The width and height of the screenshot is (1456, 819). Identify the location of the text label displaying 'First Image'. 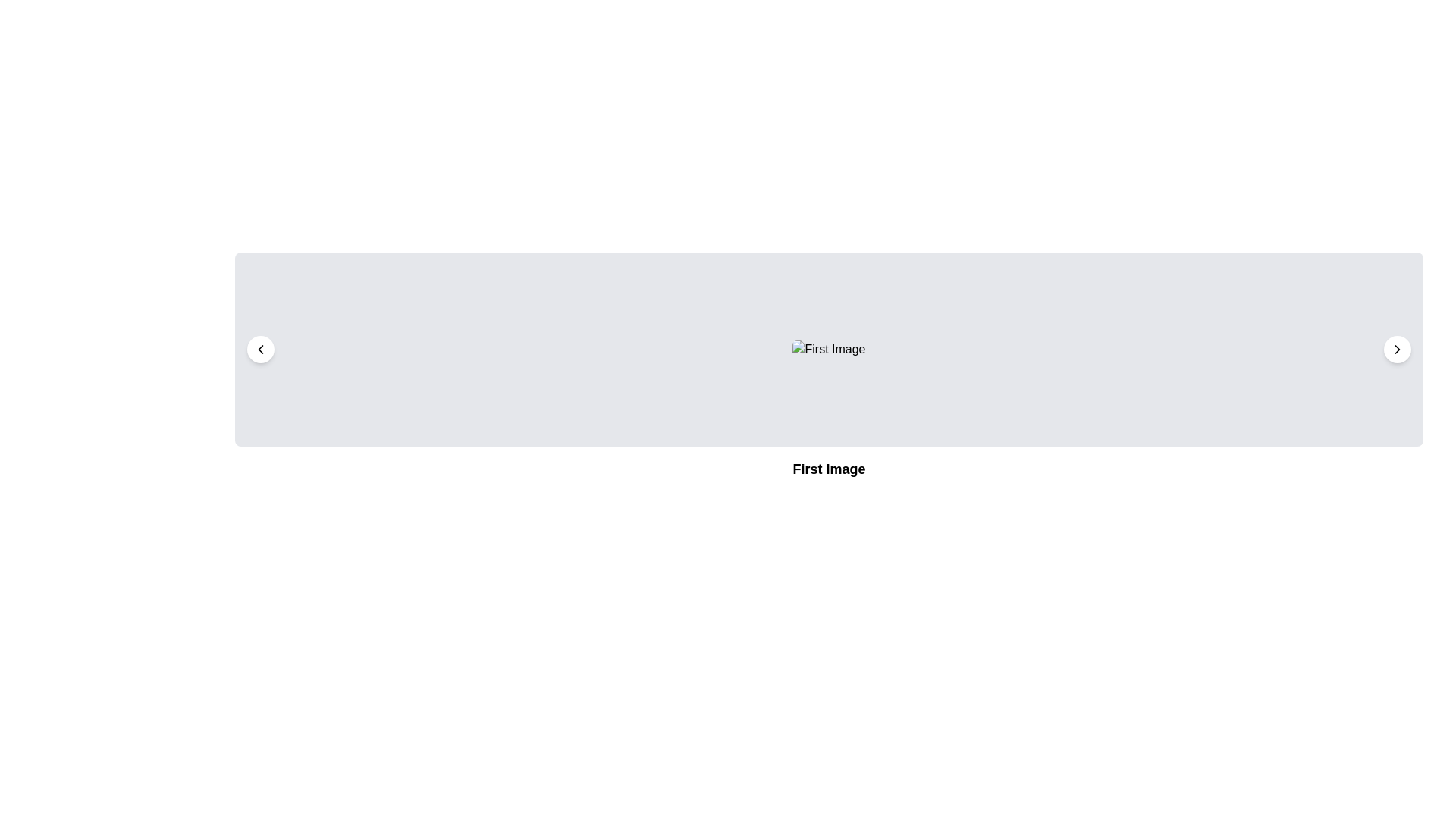
(828, 468).